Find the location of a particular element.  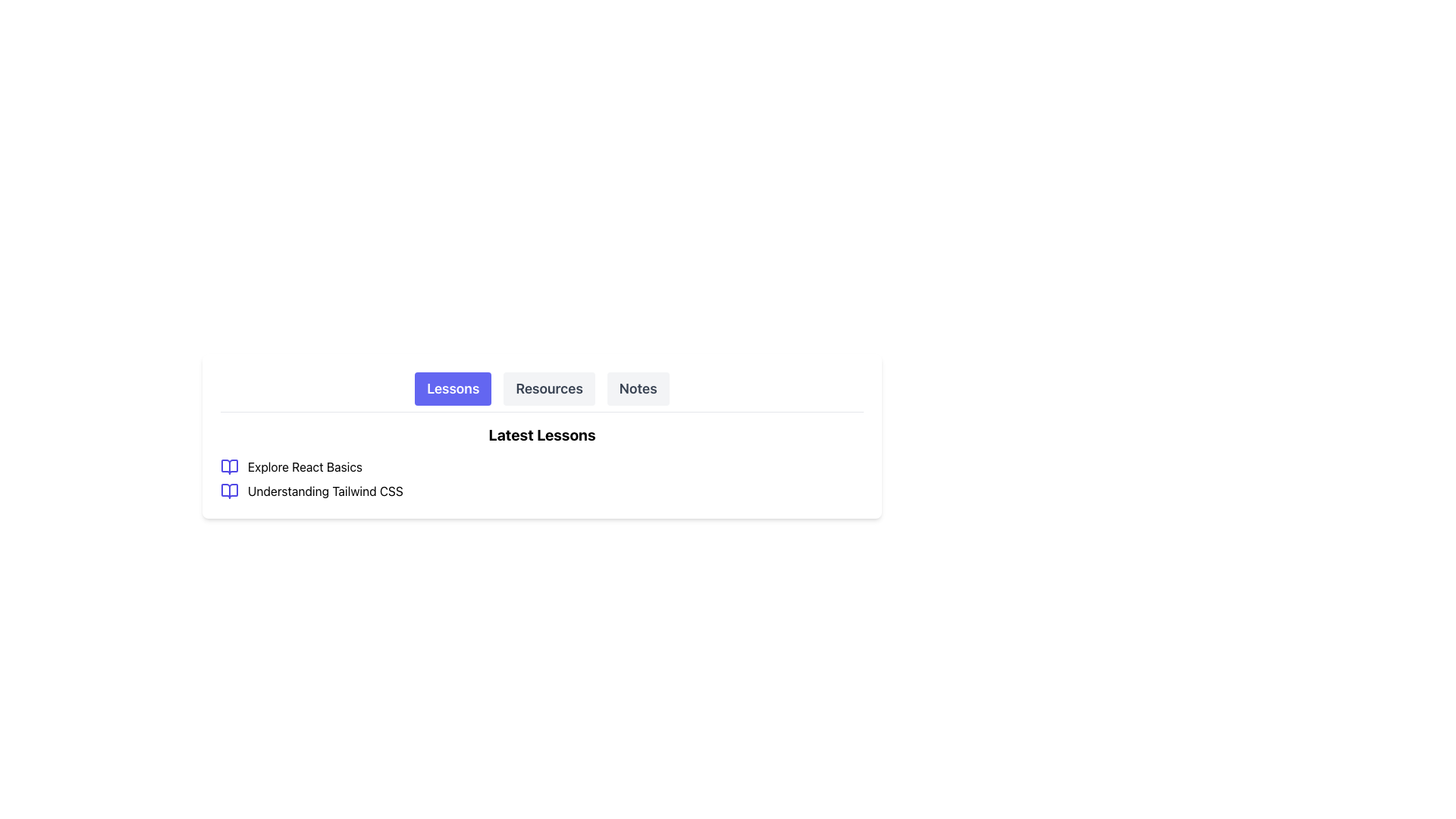

the SVG Icon representing a book or learning, located next to 'Understanding Tailwind CSS' under the 'Latest Lessons' heading is located at coordinates (228, 491).